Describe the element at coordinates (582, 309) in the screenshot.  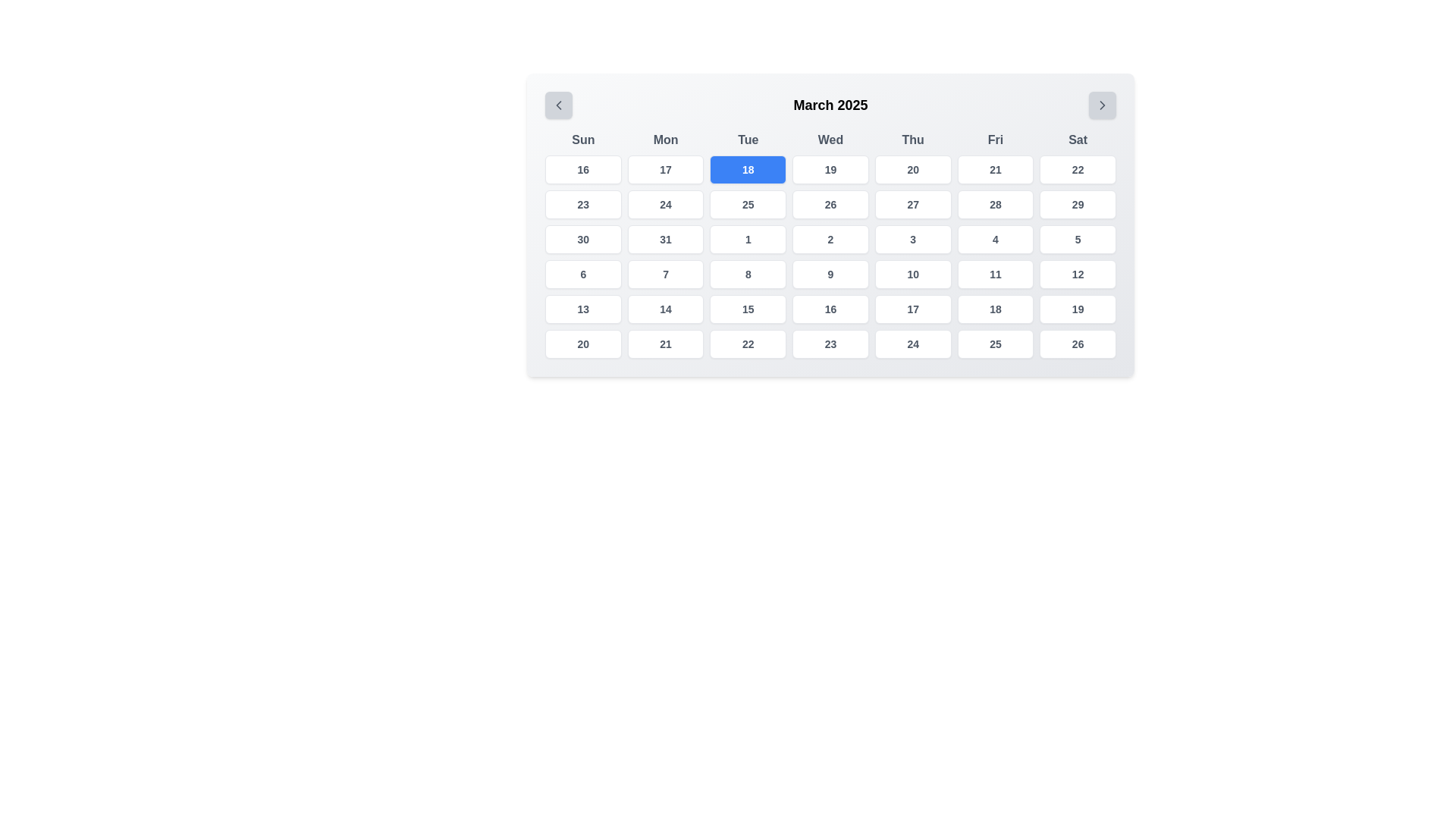
I see `the clickable calendar cell representing the date 13 in the grid-based calendar interface, located in the sixth row and first column (Sunday), for drag-and-drop functionality` at that location.